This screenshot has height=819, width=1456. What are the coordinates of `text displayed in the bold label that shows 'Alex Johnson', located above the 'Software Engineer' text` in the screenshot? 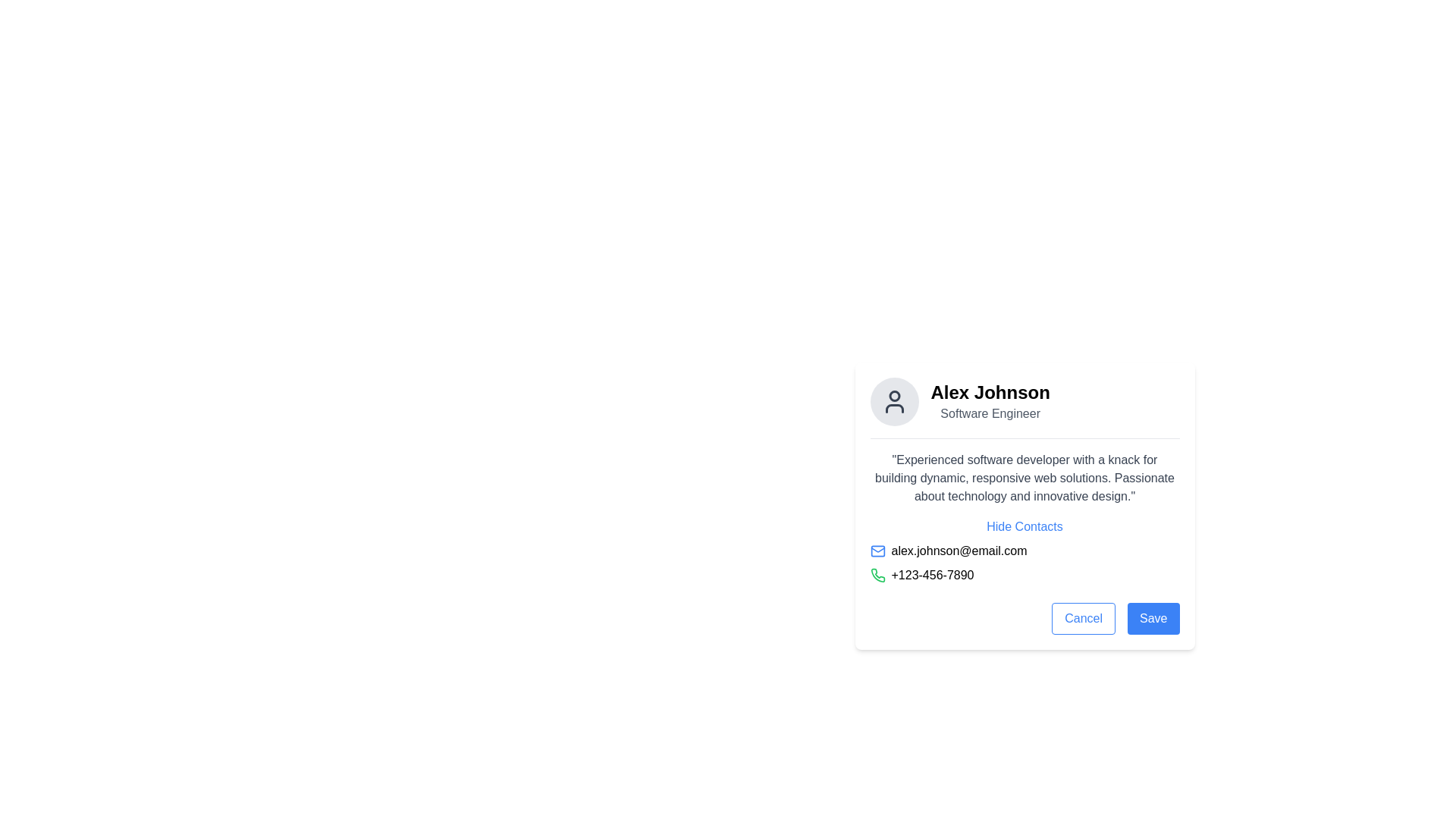 It's located at (990, 391).